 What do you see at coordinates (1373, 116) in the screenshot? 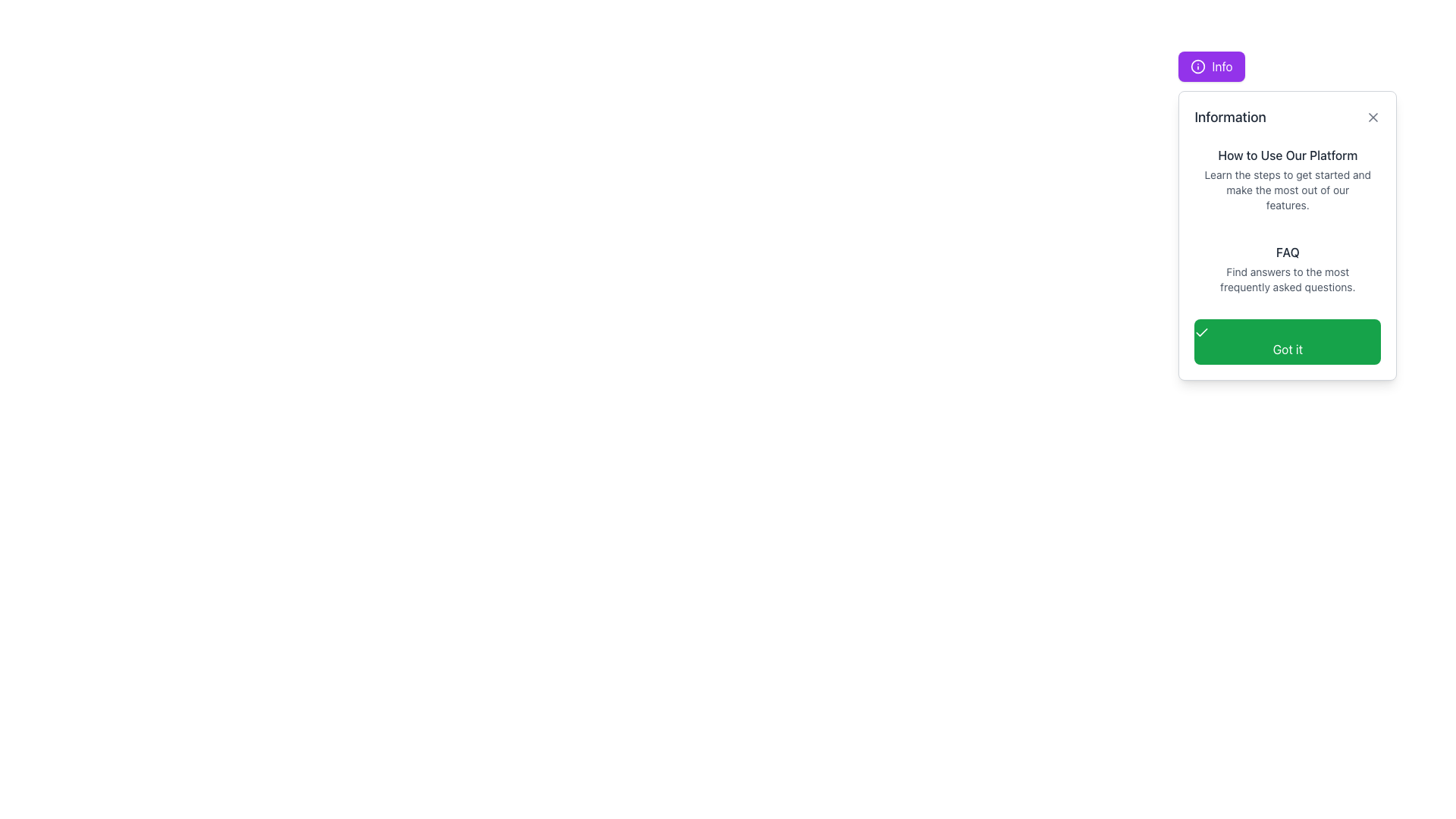
I see `the close button icon located in the top-right corner of the 'Information' popup` at bounding box center [1373, 116].